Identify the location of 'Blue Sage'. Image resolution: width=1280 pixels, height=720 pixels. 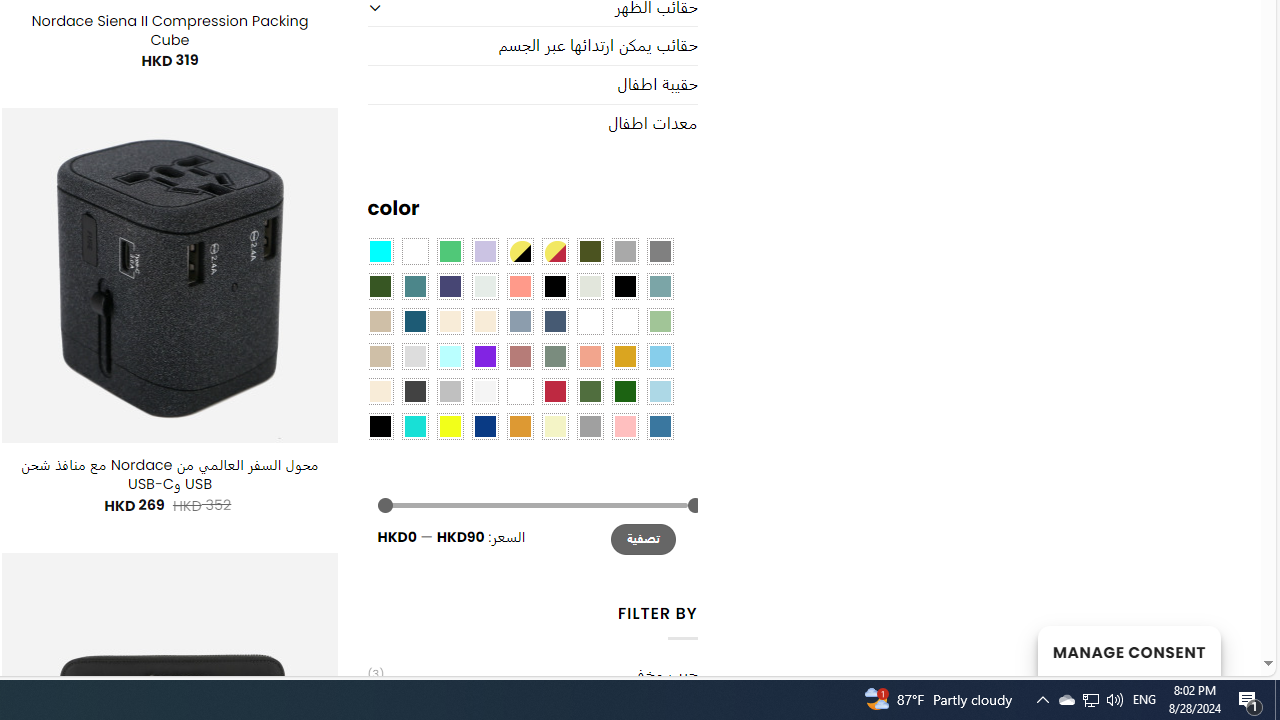
(659, 285).